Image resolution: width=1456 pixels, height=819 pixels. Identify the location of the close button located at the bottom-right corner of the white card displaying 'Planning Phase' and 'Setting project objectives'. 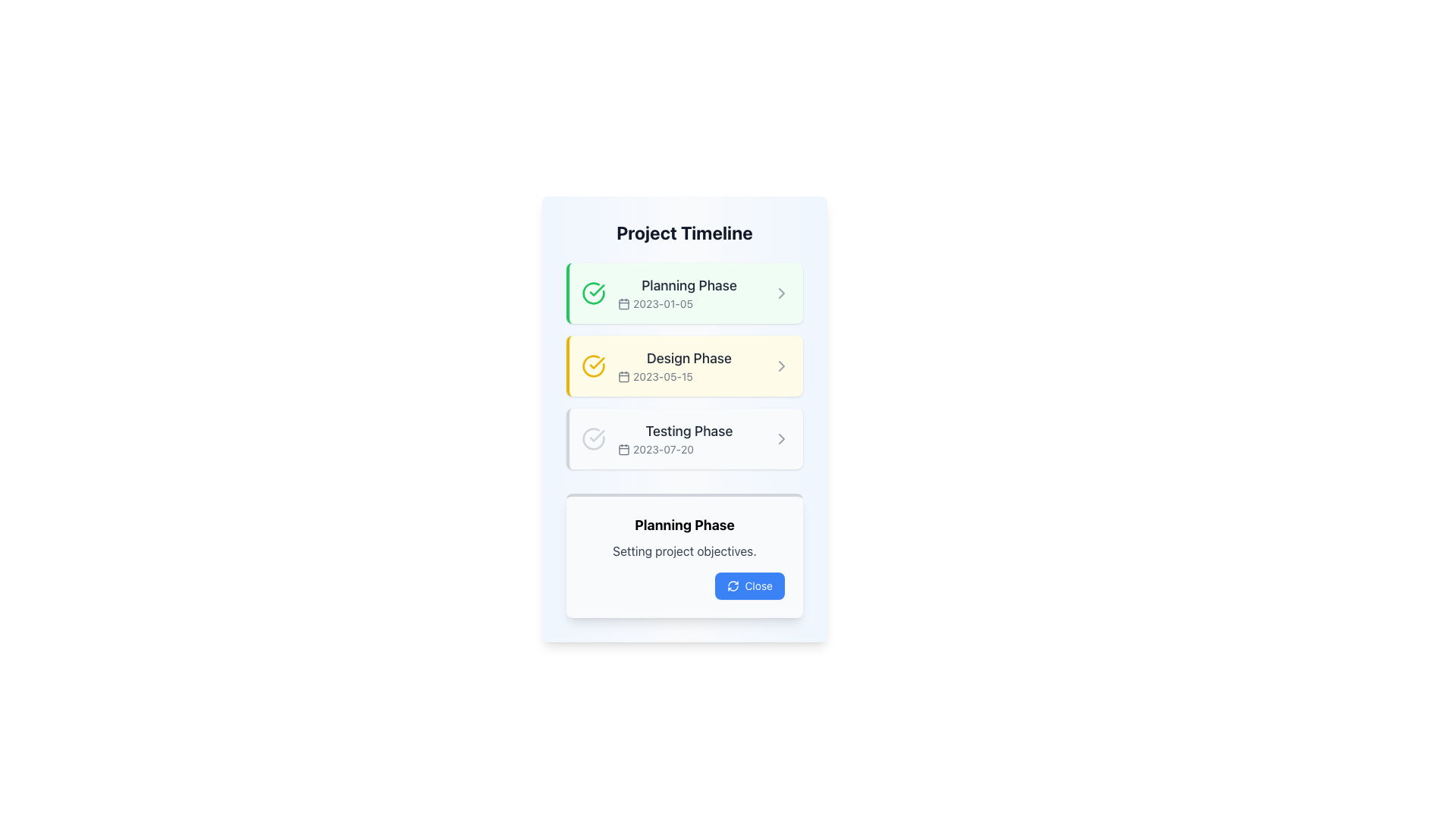
(749, 585).